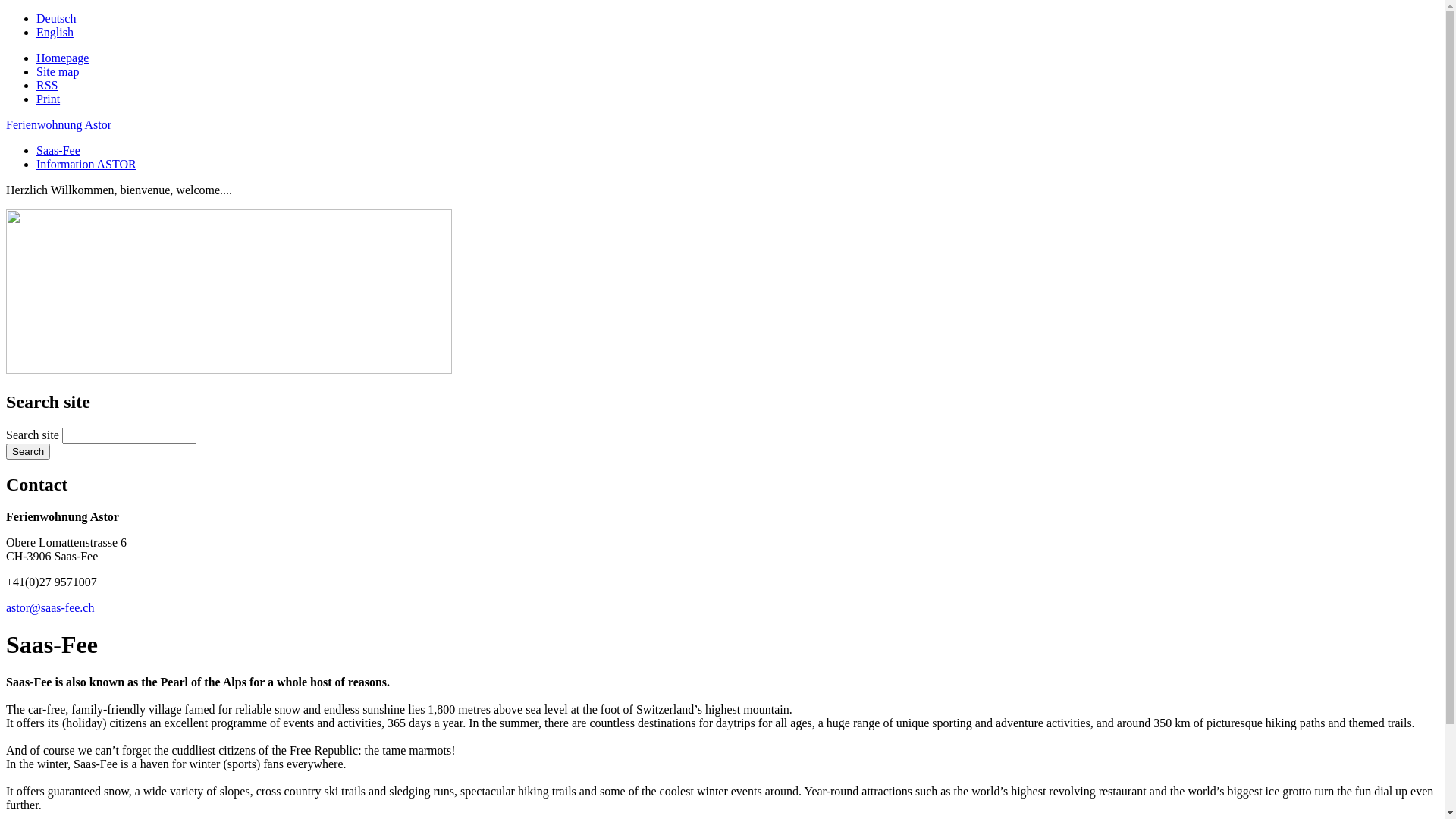 The width and height of the screenshot is (1456, 819). I want to click on 'Site map', so click(58, 71).